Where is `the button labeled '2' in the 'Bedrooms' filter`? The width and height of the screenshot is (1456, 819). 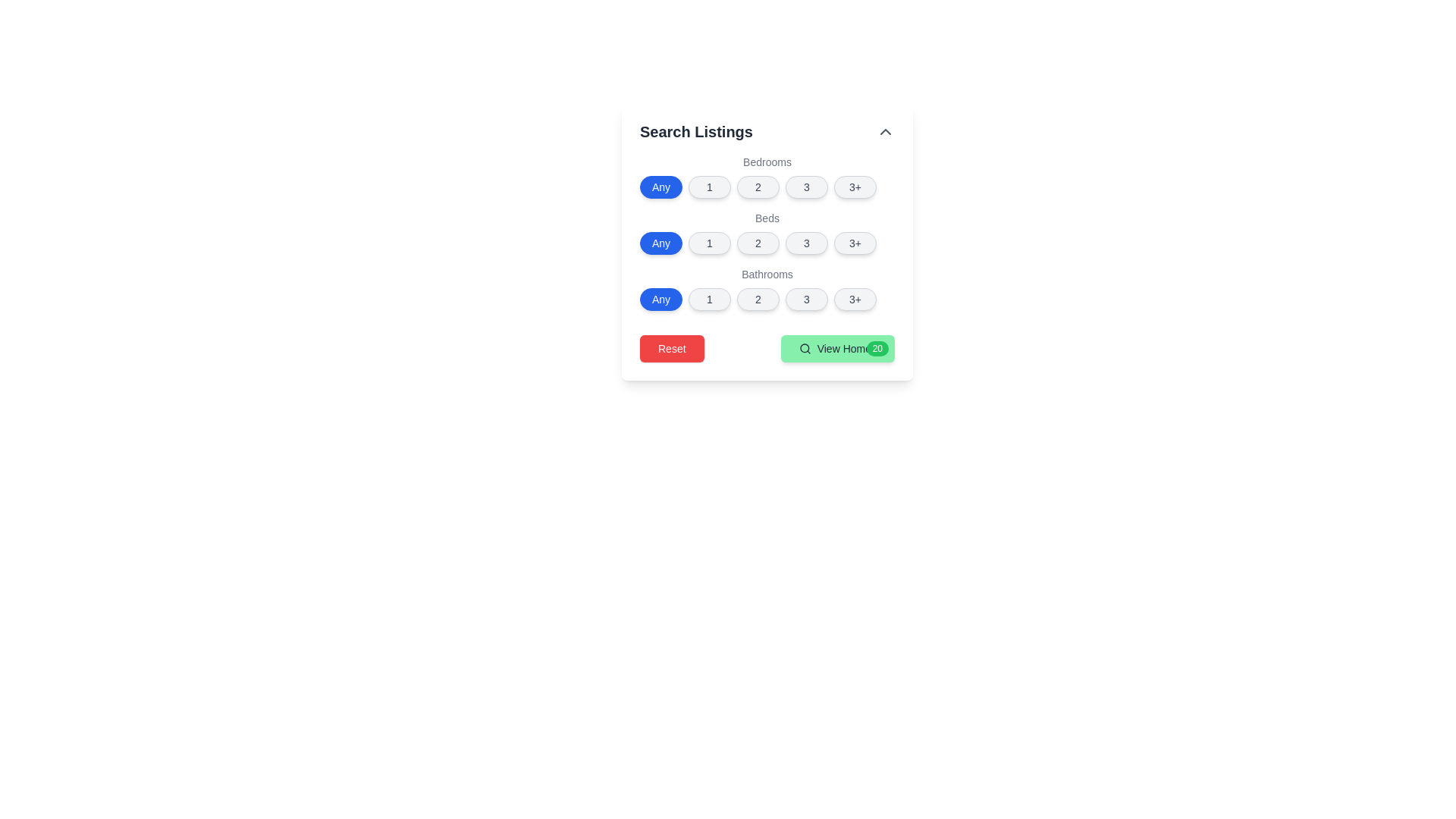
the button labeled '2' in the 'Bedrooms' filter is located at coordinates (758, 186).